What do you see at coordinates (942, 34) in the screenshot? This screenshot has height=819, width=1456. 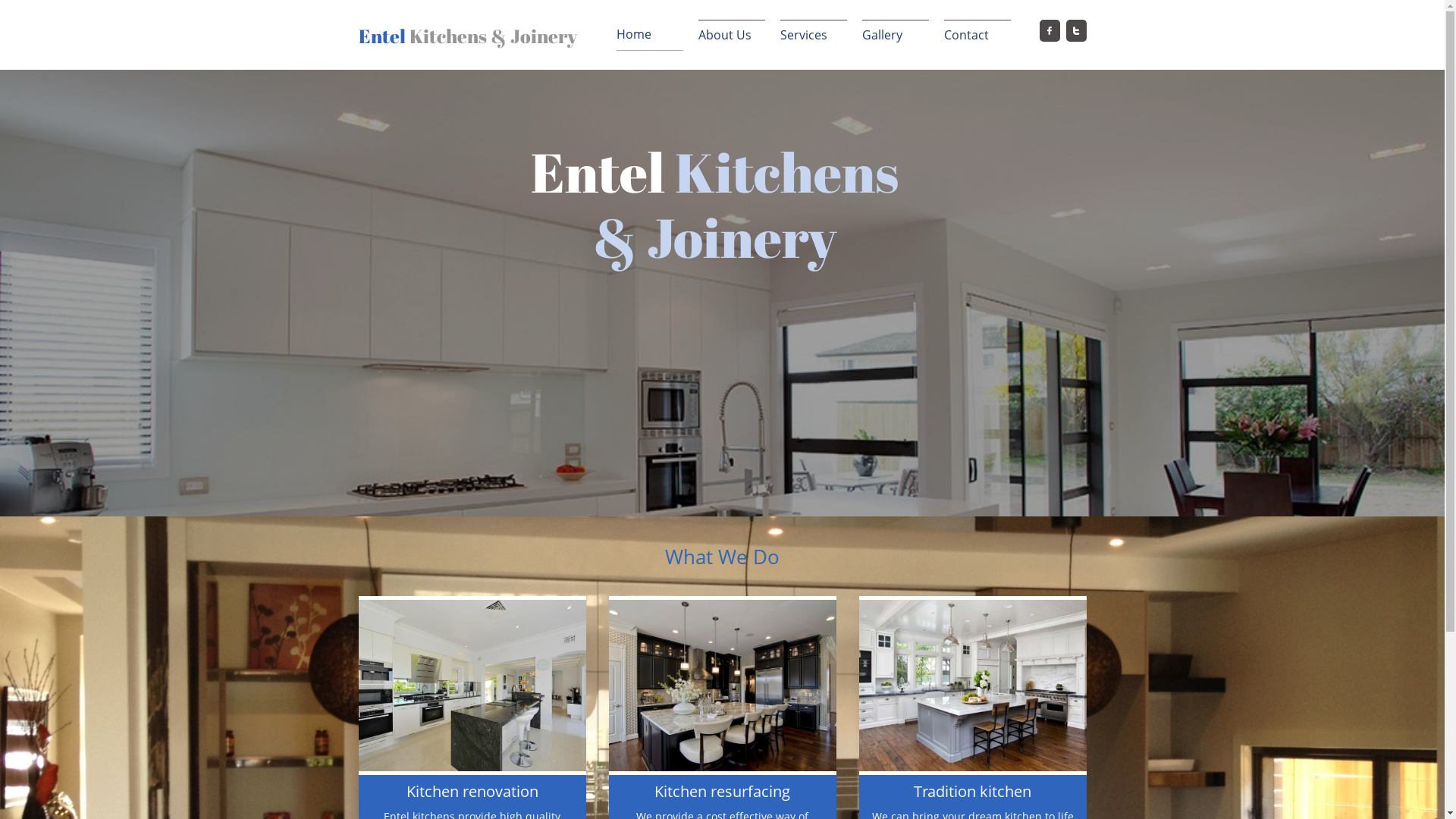 I see `'Contact'` at bounding box center [942, 34].